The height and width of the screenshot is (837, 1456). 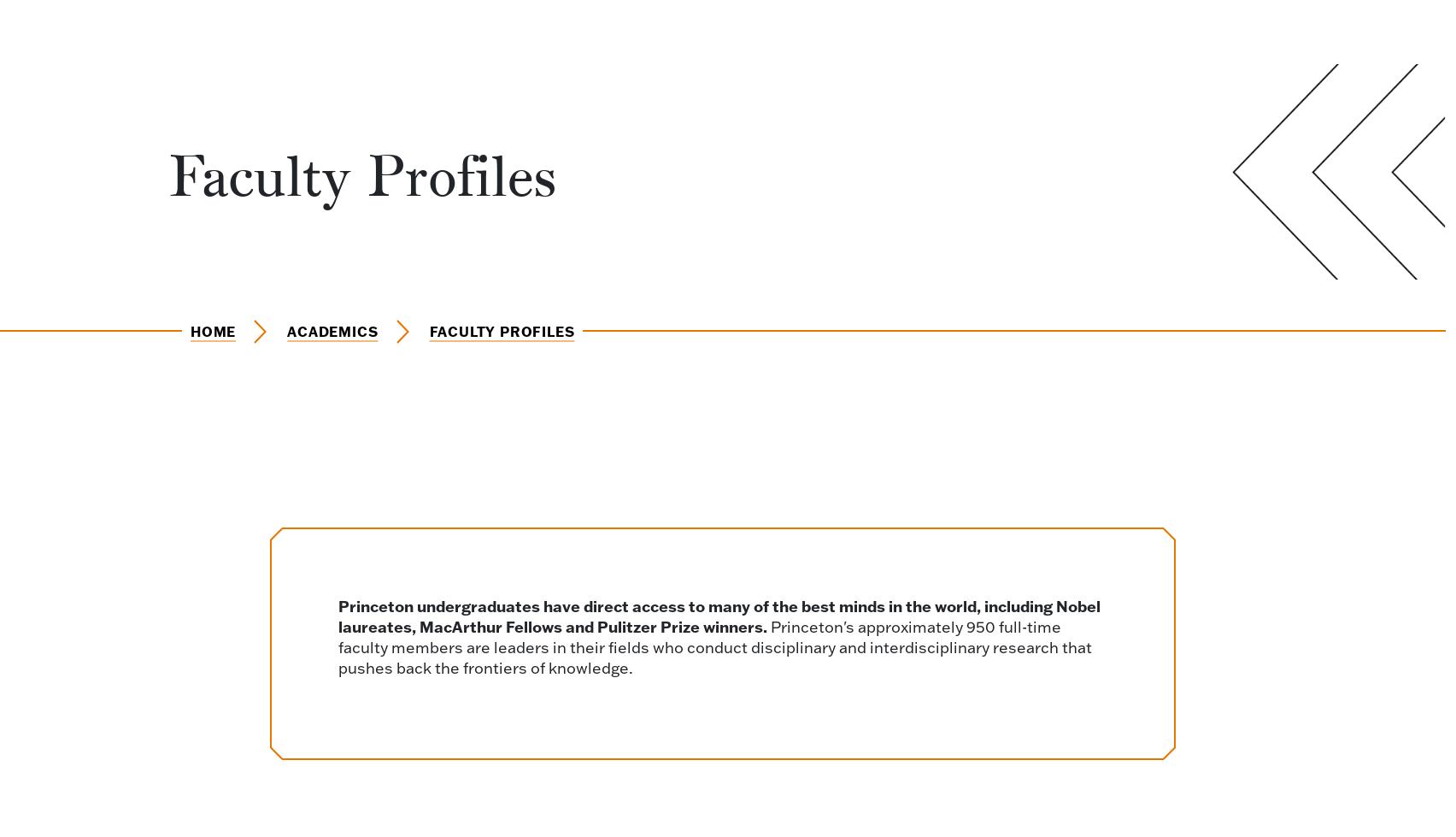 What do you see at coordinates (281, 640) in the screenshot?
I see `'Daniel Rubenstein'` at bounding box center [281, 640].